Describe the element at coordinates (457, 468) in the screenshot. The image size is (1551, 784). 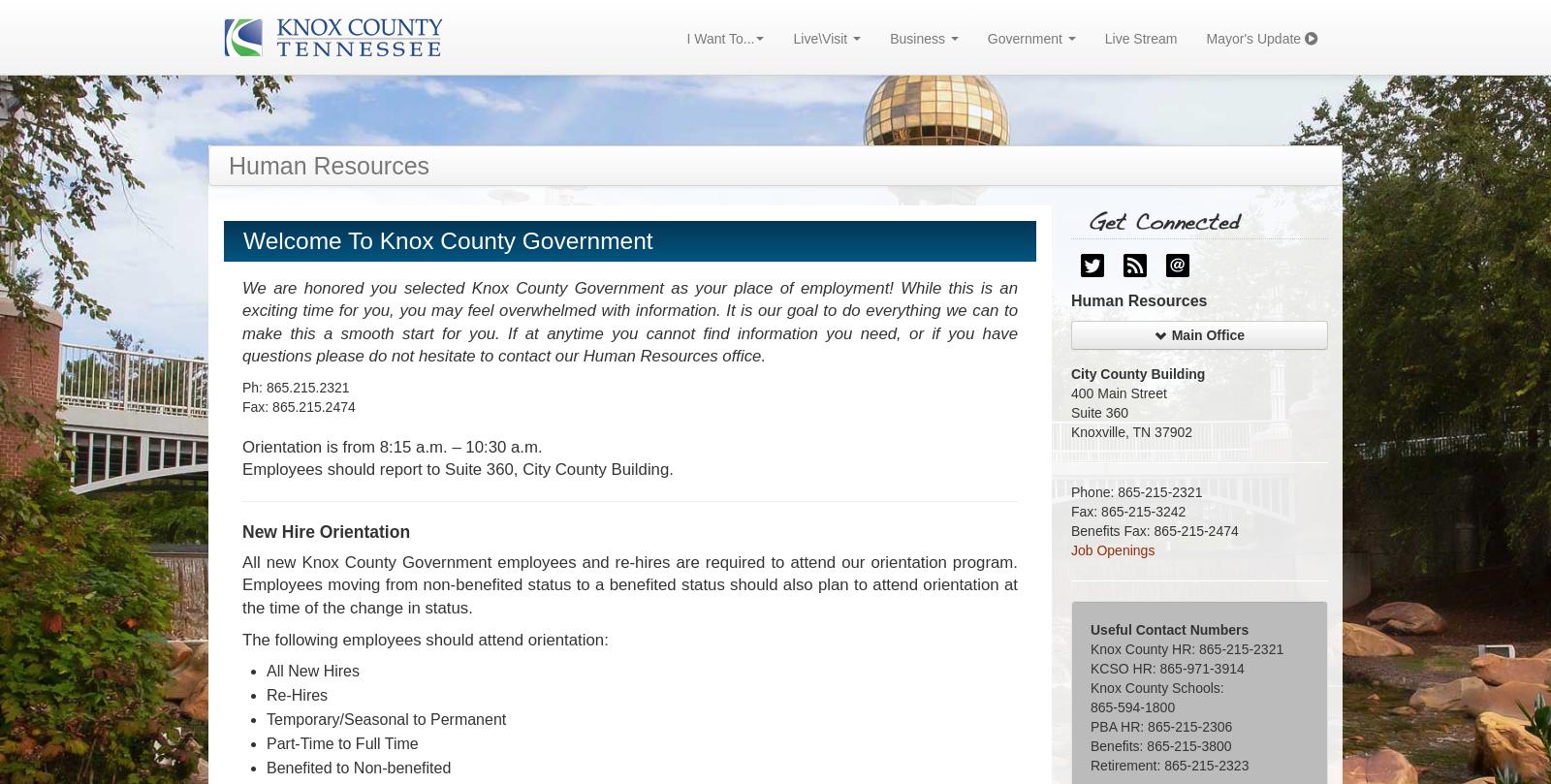
I see `'Employees should report to Suite 360, City County Building.'` at that location.